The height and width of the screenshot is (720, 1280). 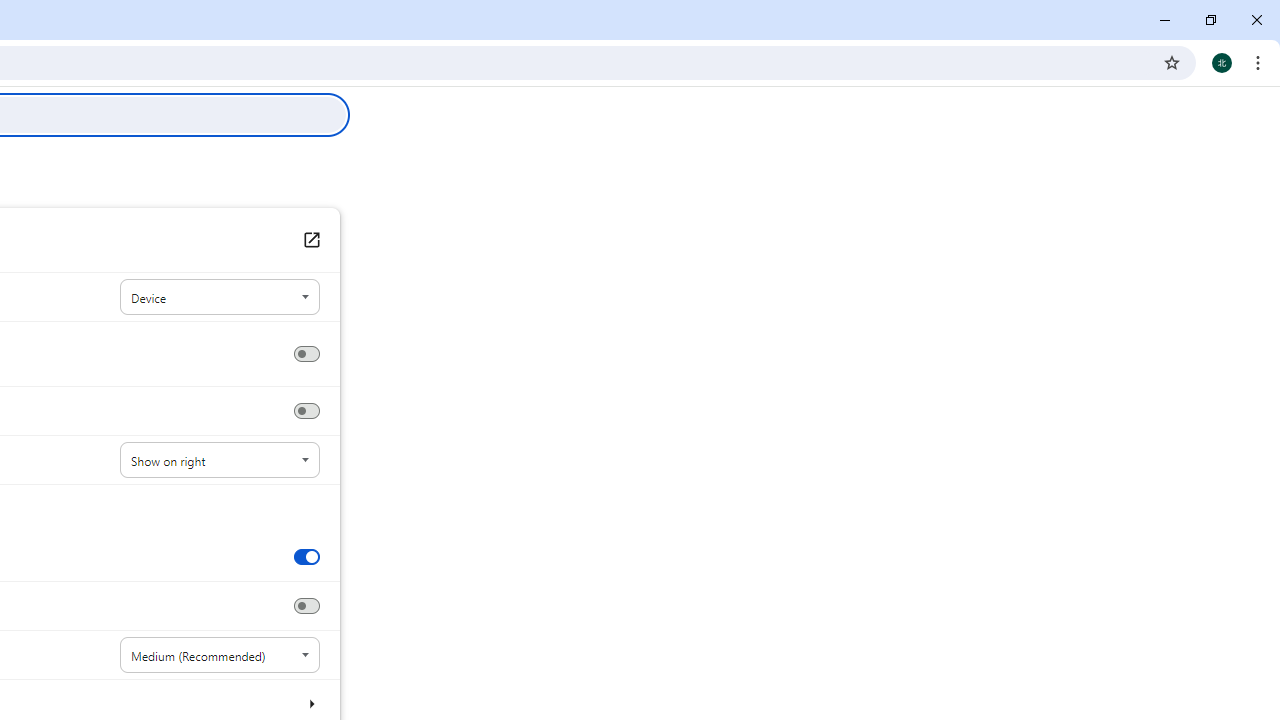 I want to click on 'Restore', so click(x=1209, y=20).